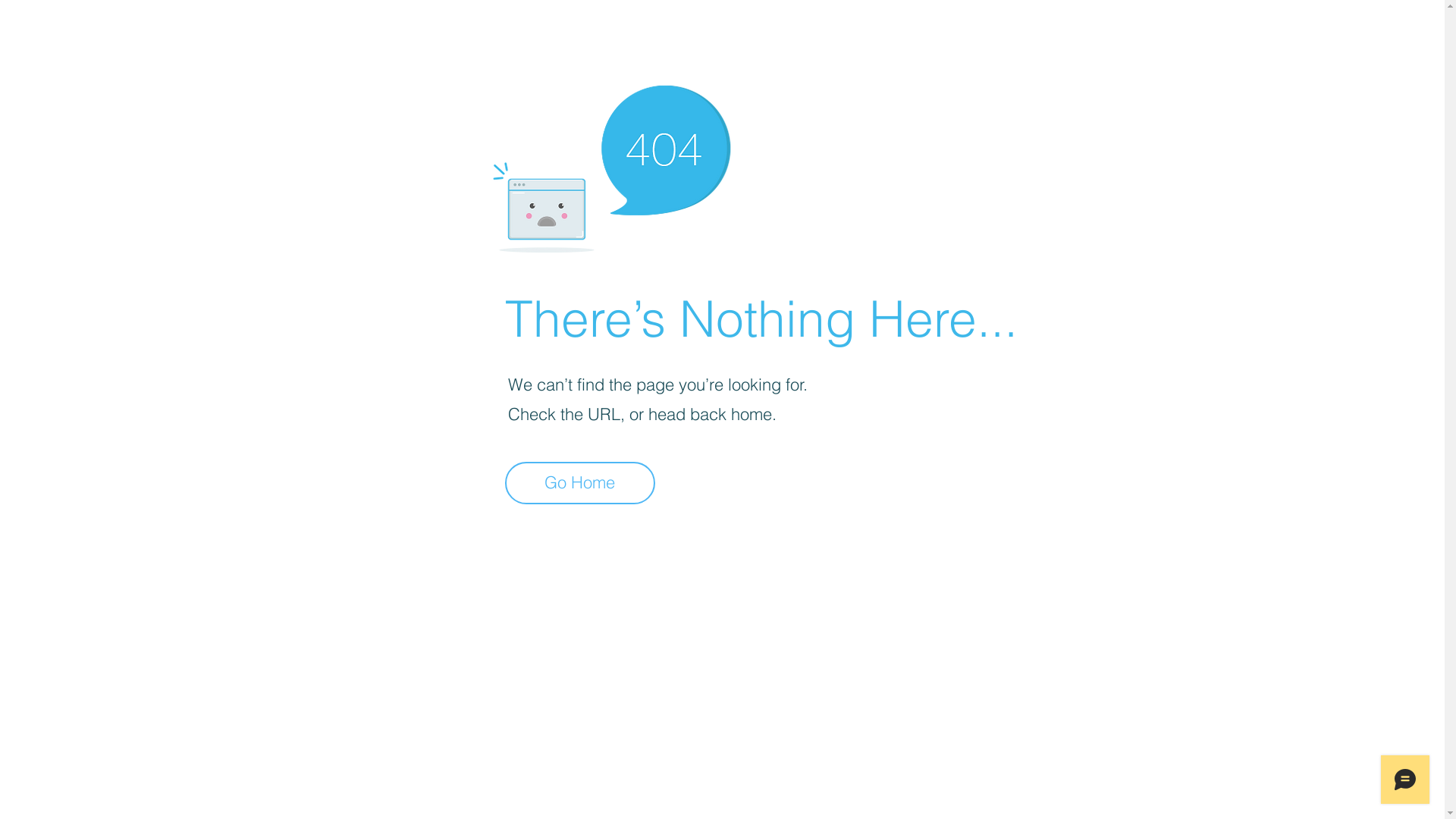 The image size is (1456, 819). What do you see at coordinates (610, 165) in the screenshot?
I see `'404-icon_2.png'` at bounding box center [610, 165].